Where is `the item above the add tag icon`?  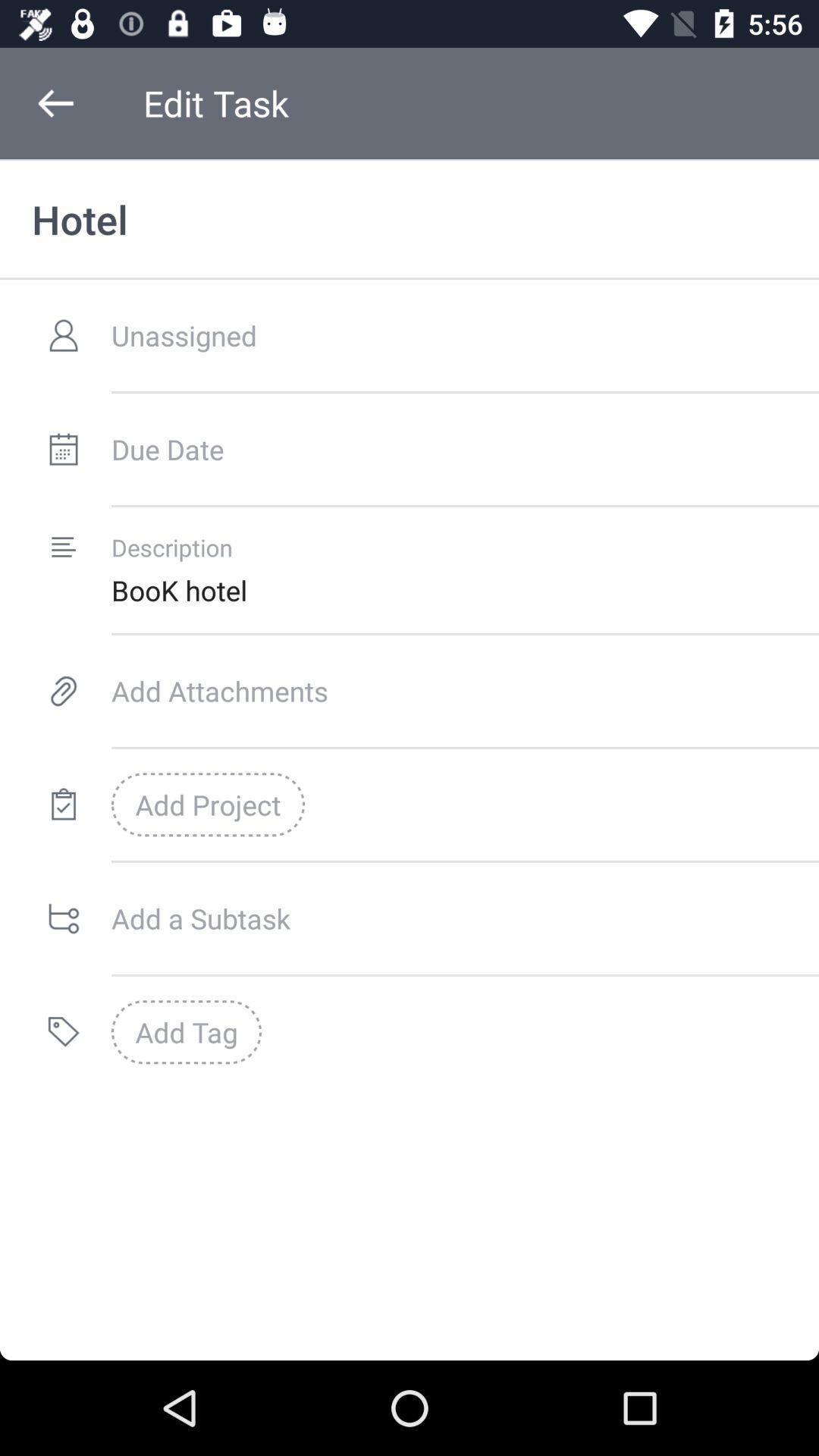 the item above the add tag icon is located at coordinates (464, 918).